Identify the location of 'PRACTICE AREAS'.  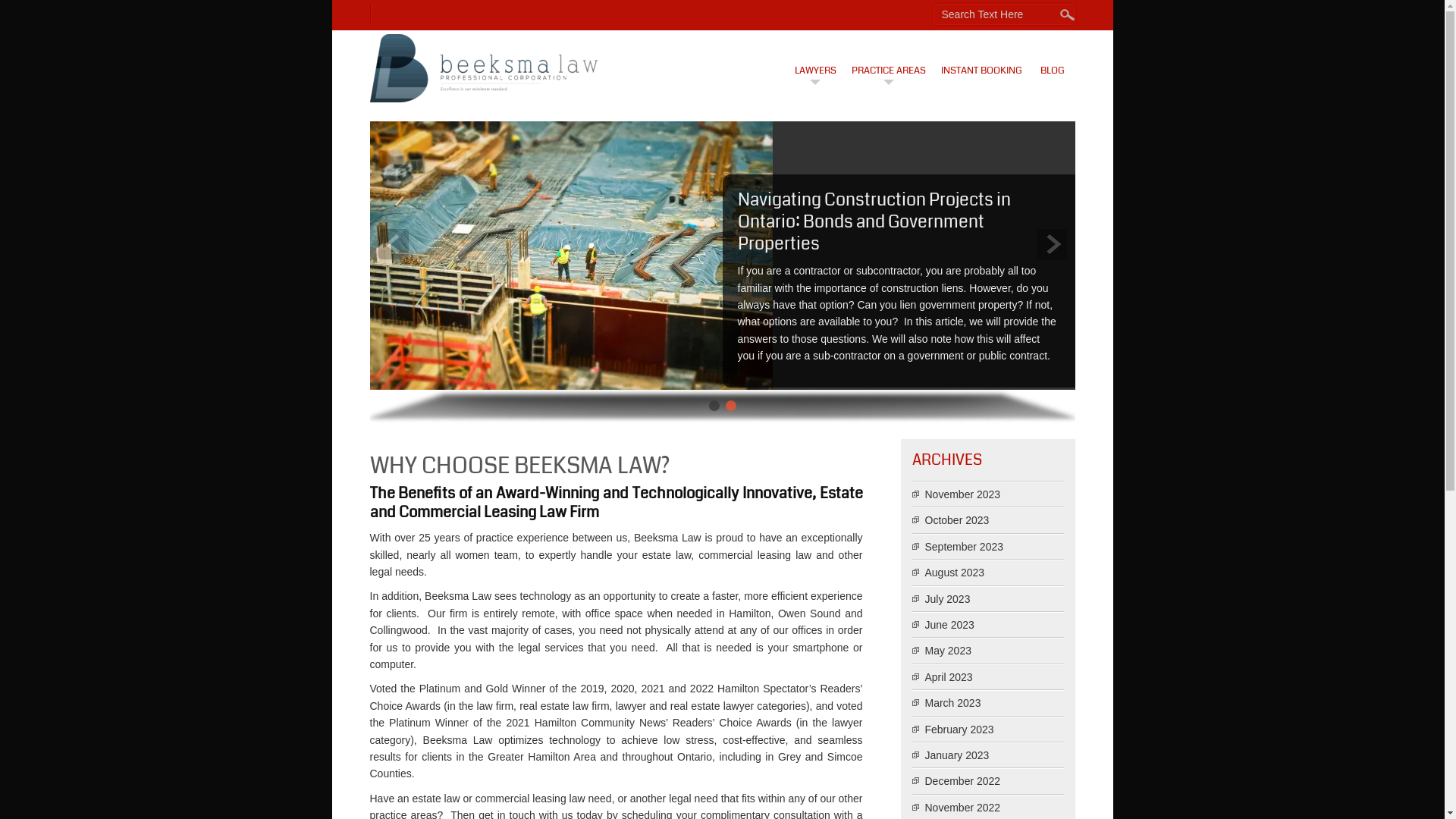
(888, 60).